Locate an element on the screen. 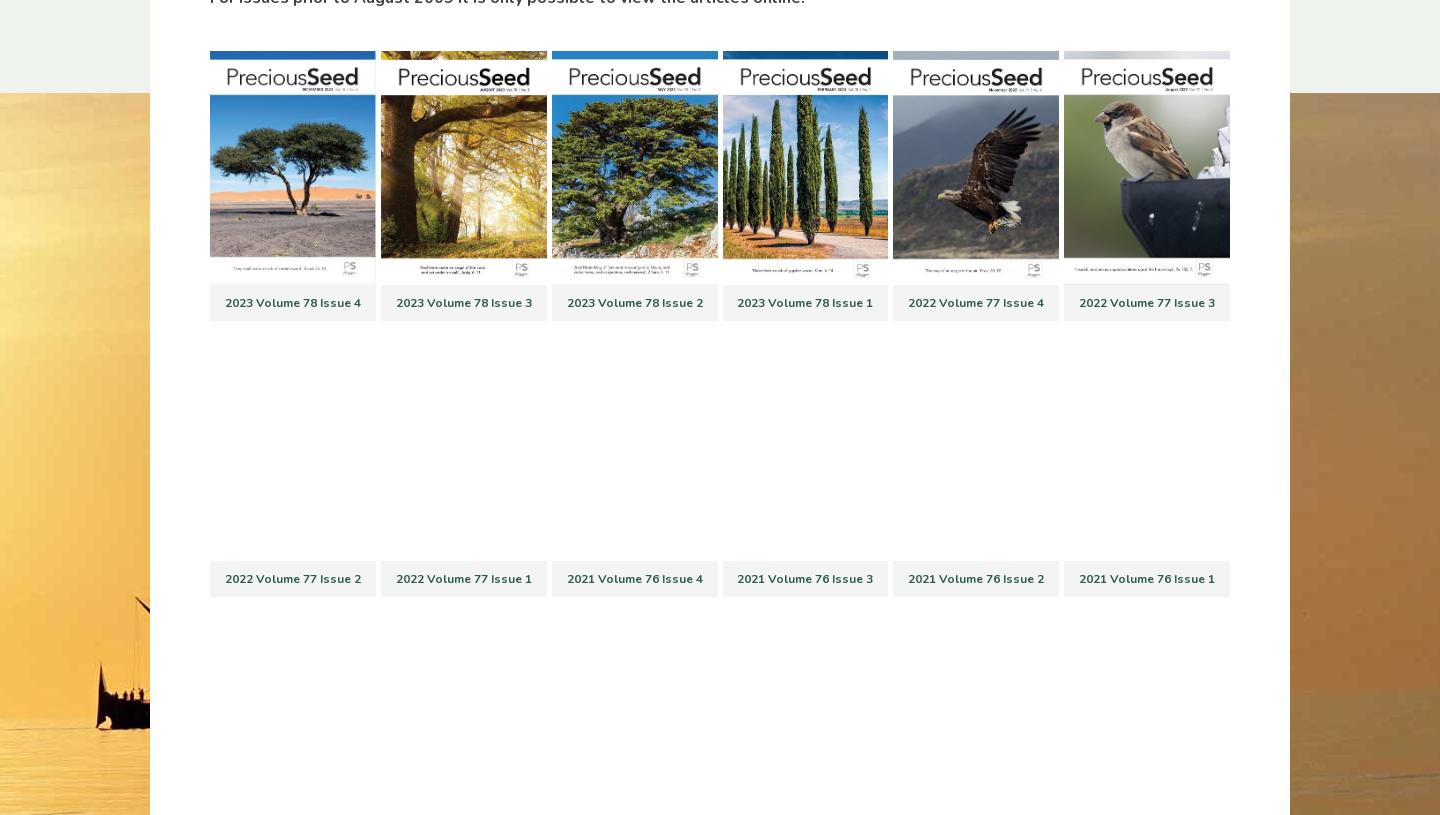  'Past PDFs' is located at coordinates (529, 434).